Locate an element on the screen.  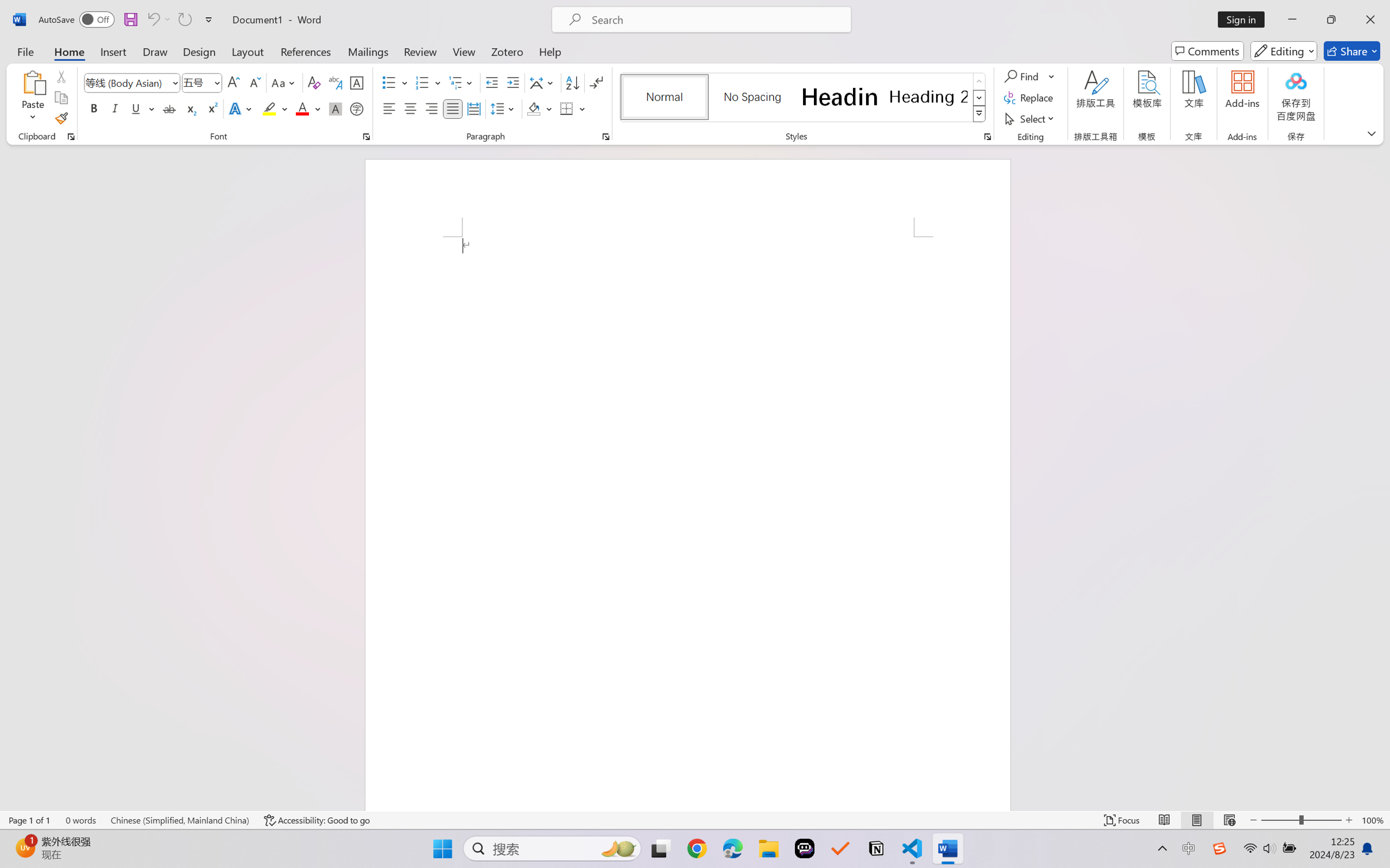
'Can' is located at coordinates (157, 19).